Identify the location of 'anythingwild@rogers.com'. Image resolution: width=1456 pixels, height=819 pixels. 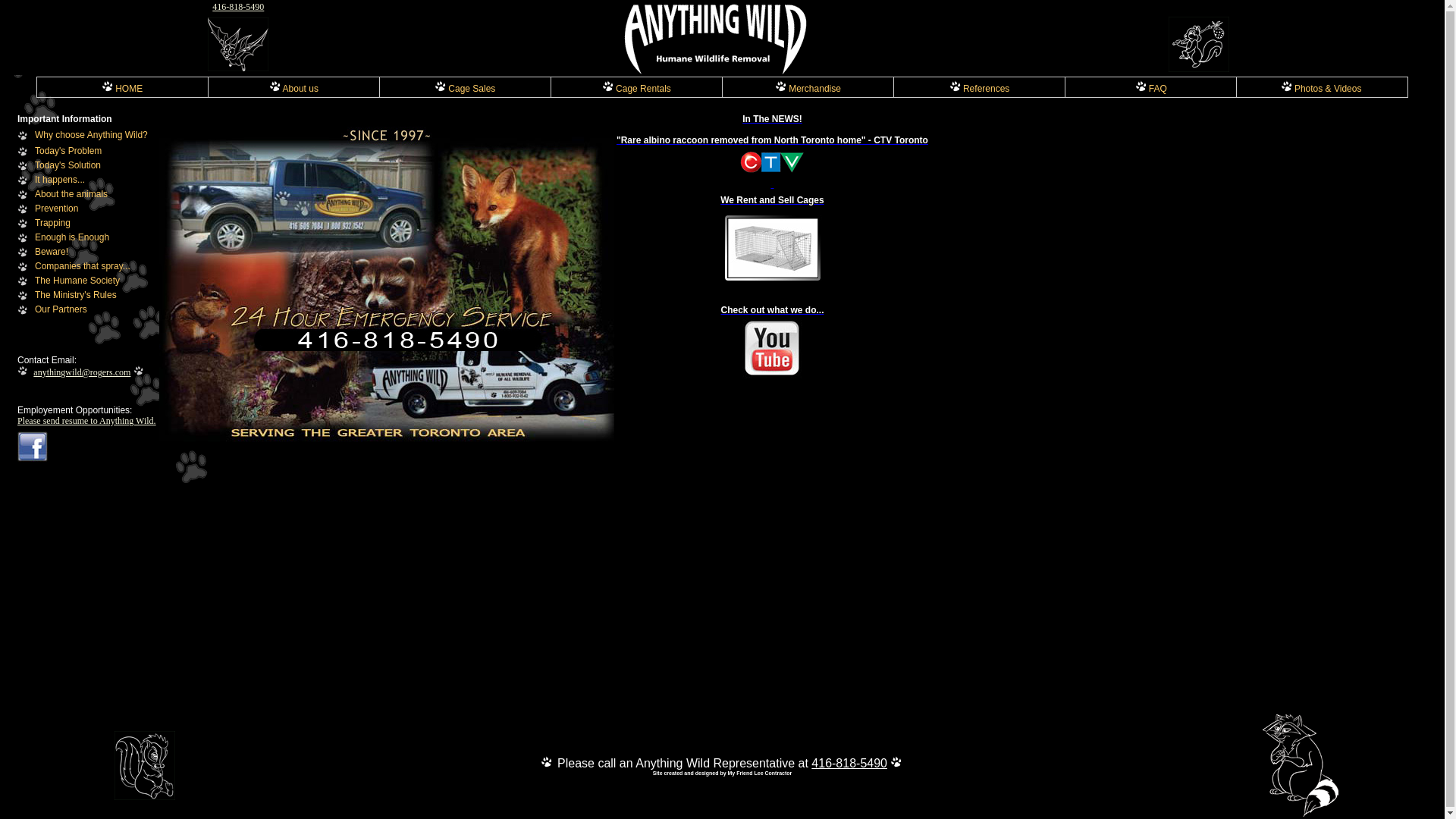
(81, 372).